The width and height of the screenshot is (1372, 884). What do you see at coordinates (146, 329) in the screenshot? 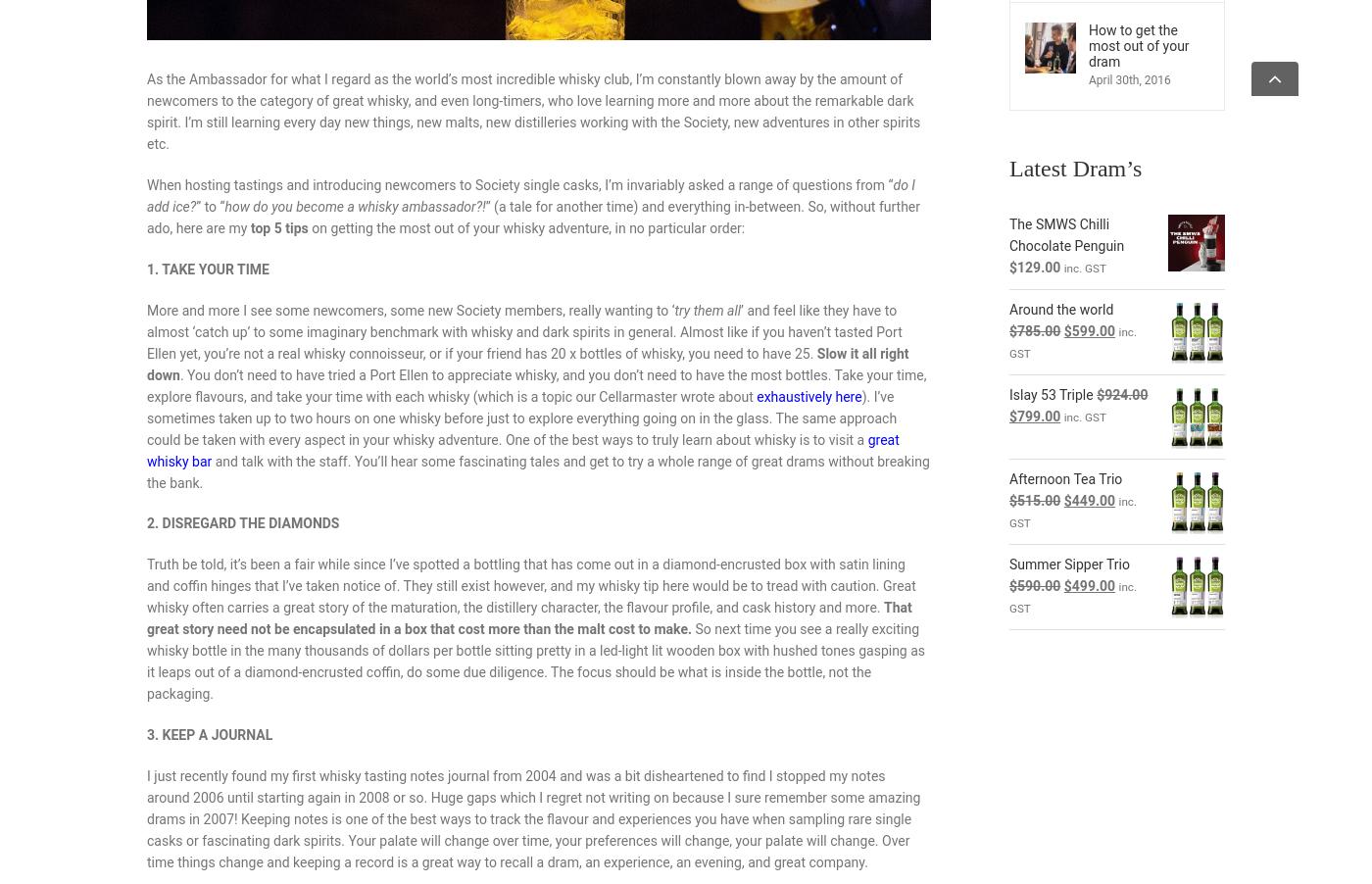
I see `'’ and feel like they have to almost ‘catch up’ to some imaginary benchmark with whisky and dark spirits in general. Almost like if you haven’t tasted Port Ellen yet, you’re not a real whisky connoisseur, or if your friend has 20 x bottles of whisky, you need to have 25.'` at bounding box center [146, 329].